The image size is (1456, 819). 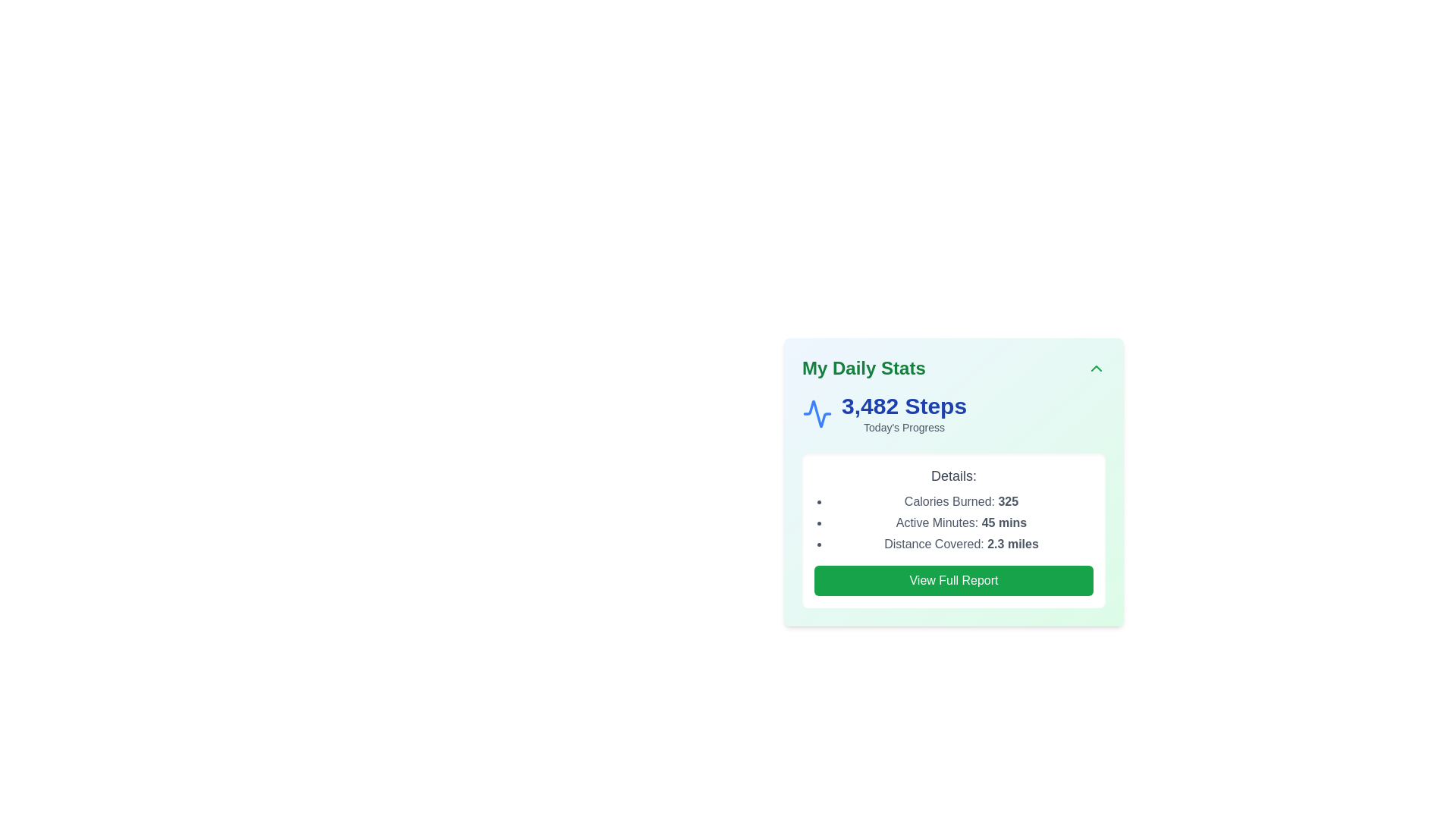 What do you see at coordinates (904, 406) in the screenshot?
I see `the non-interactive text element displaying the step count located in the 'My Daily Stats' card, positioned above 'Today's Progress'` at bounding box center [904, 406].